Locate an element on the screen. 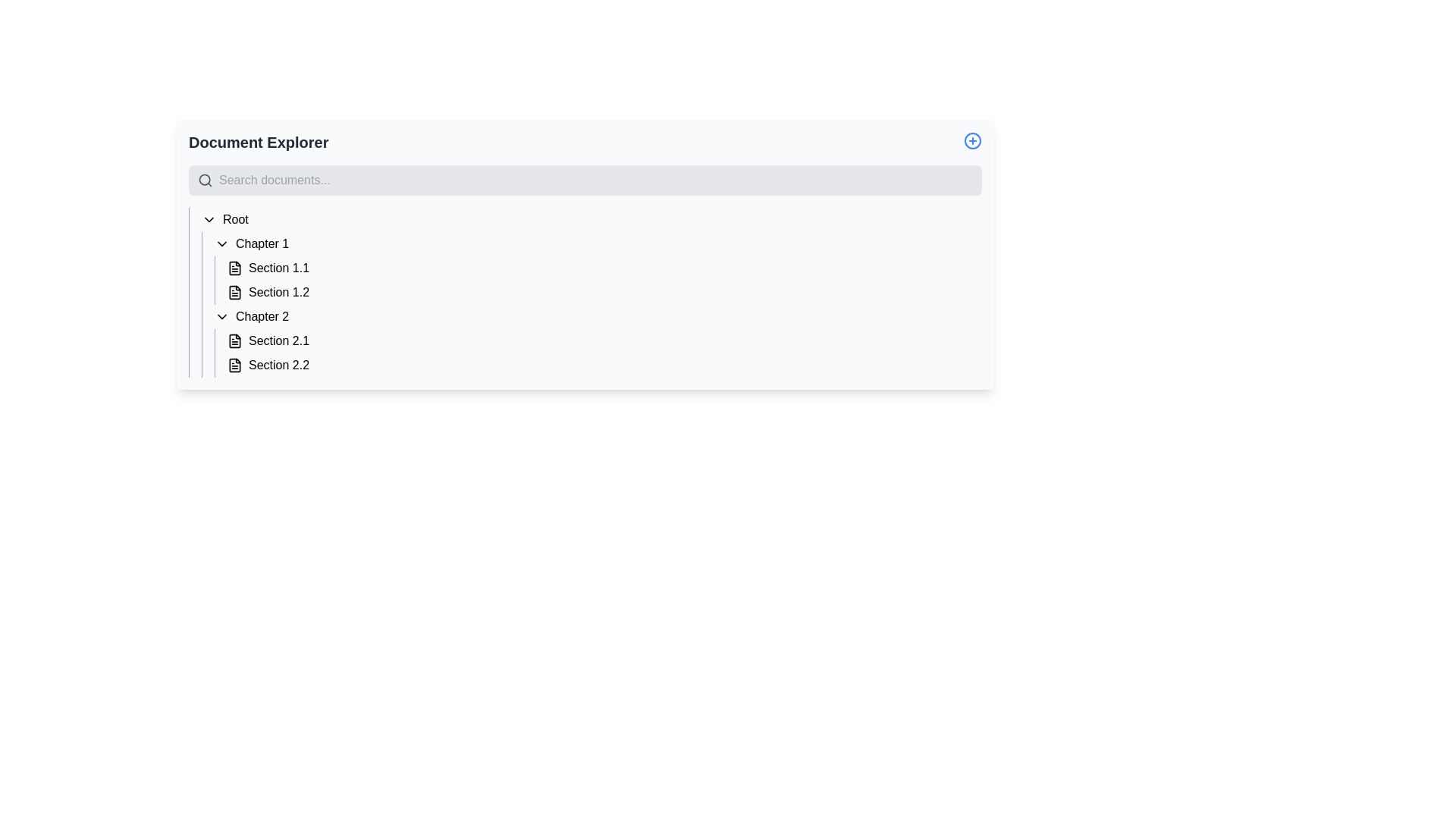 The width and height of the screenshot is (1456, 819). the circular shape of the magnifying glass icon is located at coordinates (204, 179).